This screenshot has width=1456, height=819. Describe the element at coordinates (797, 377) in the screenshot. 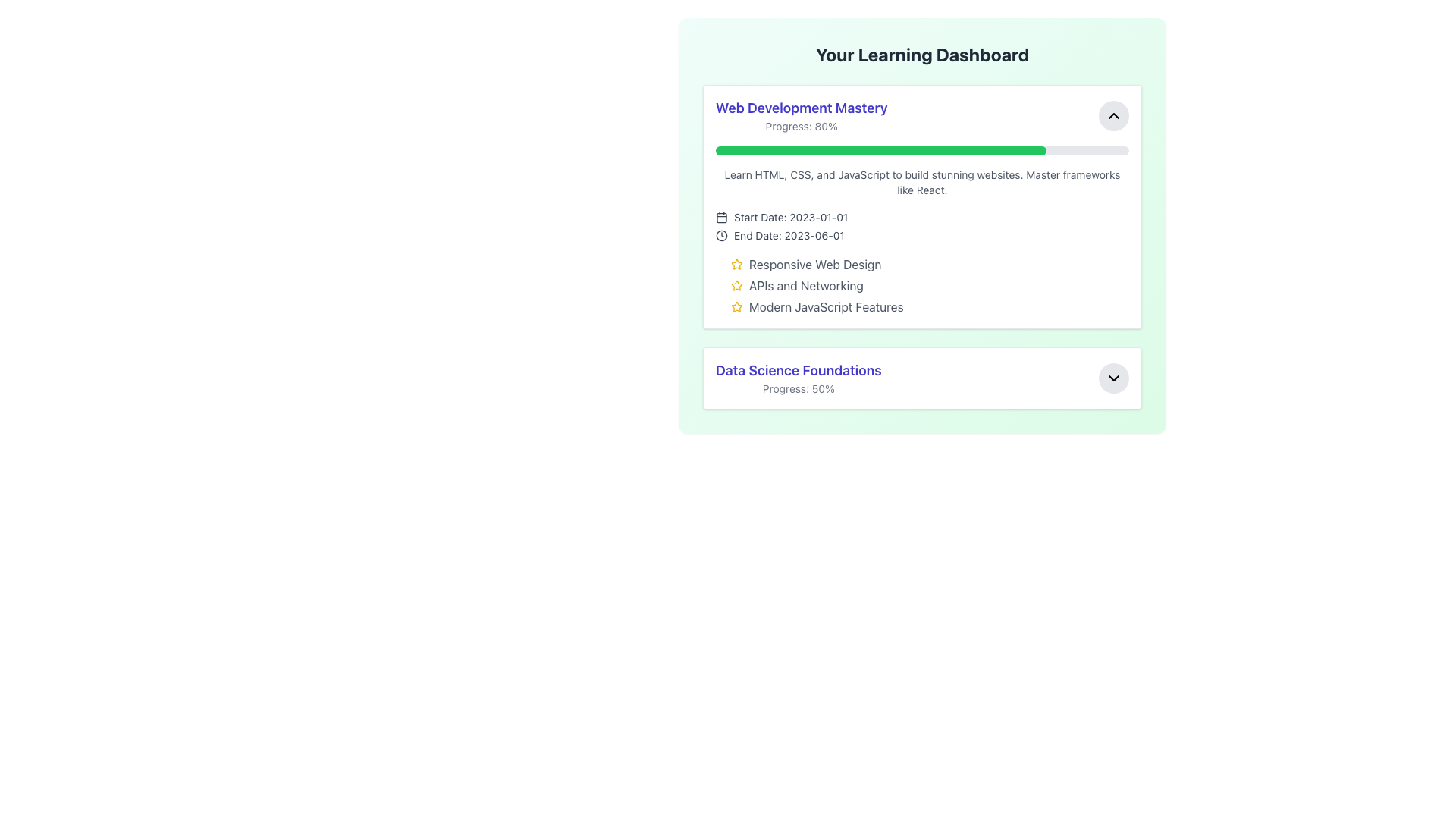

I see `the Textual Display Element that shows the title 'Data Science Foundations' and the subtitle 'Progress: 50%'` at that location.